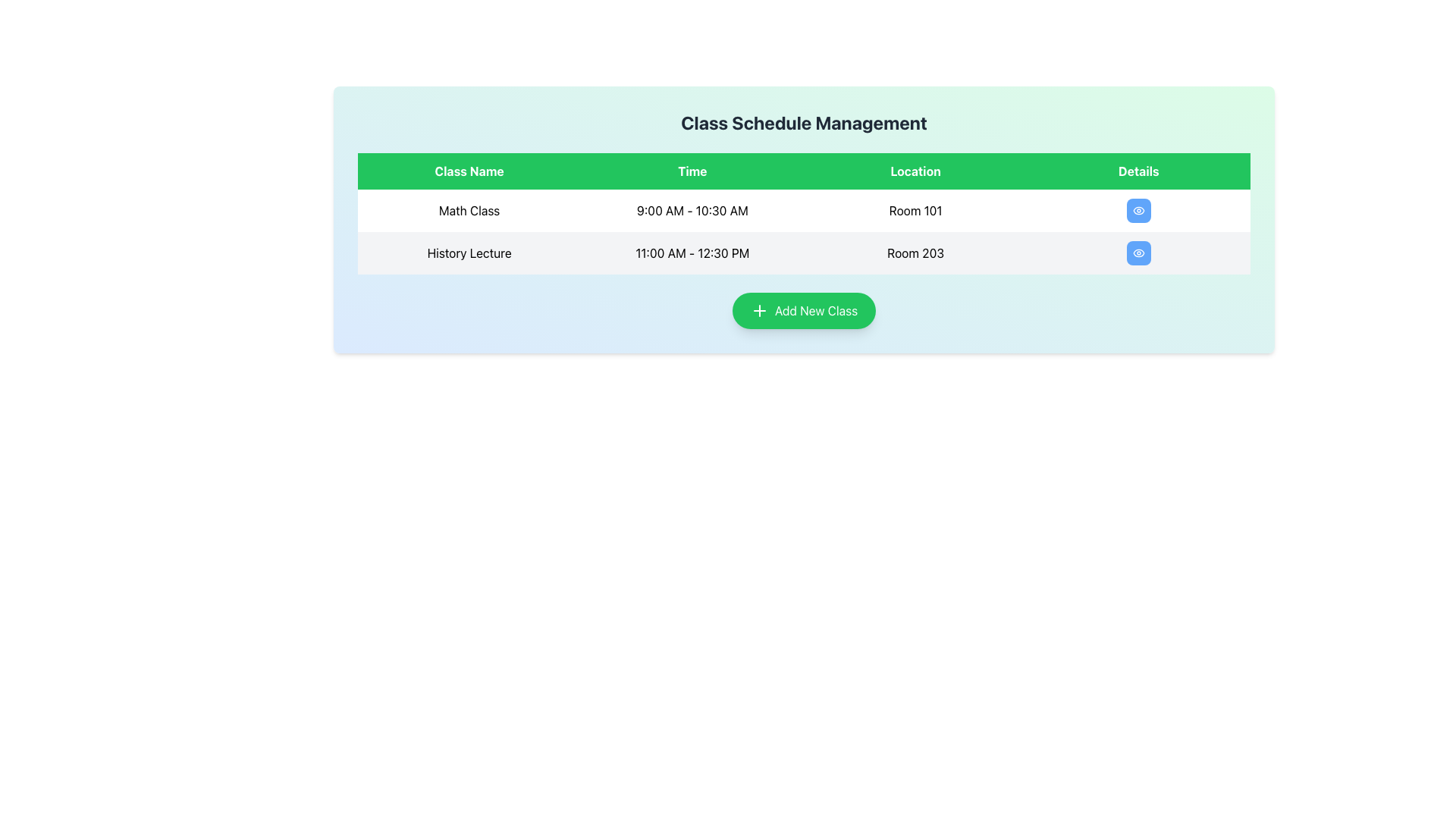  I want to click on the eye-shaped icon in the 'Details' column of the 'Class Schedule Management' table, specifically in the second row for the 'History Lecture' entry, so click(1138, 210).